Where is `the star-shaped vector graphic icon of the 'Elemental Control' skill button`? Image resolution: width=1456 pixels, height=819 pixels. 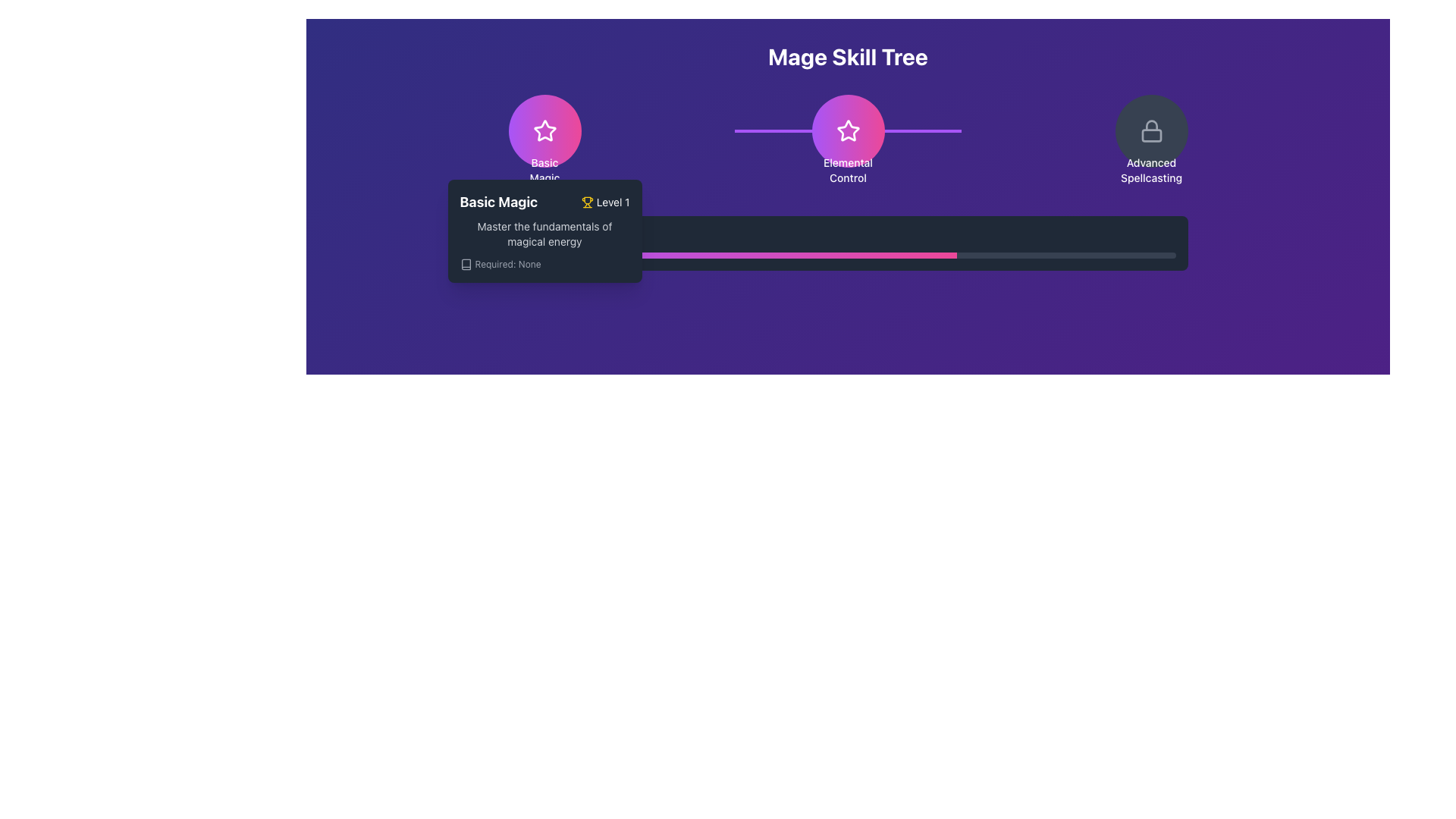 the star-shaped vector graphic icon of the 'Elemental Control' skill button is located at coordinates (847, 130).